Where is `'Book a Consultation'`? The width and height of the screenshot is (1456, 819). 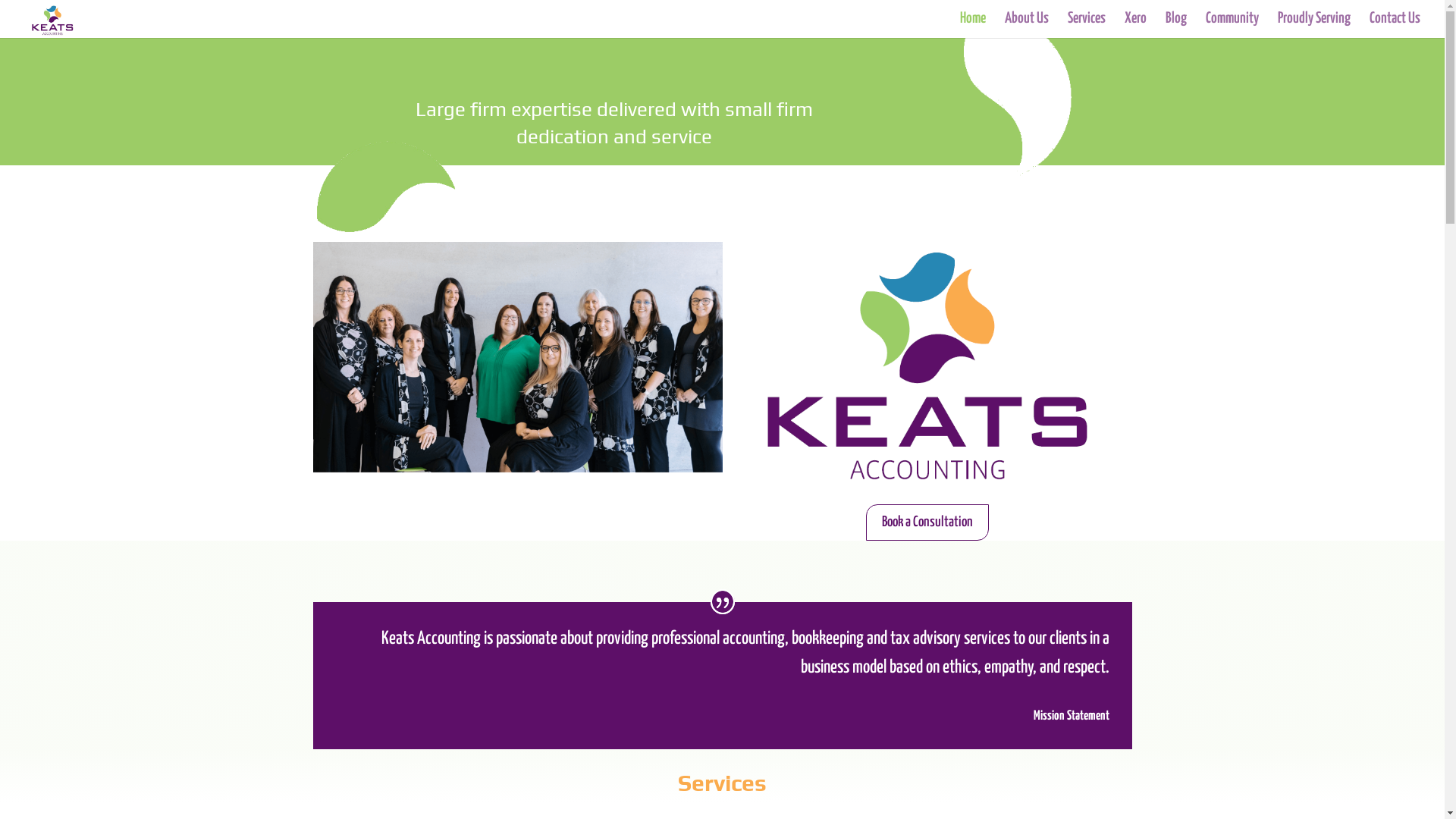
'Book a Consultation' is located at coordinates (927, 522).